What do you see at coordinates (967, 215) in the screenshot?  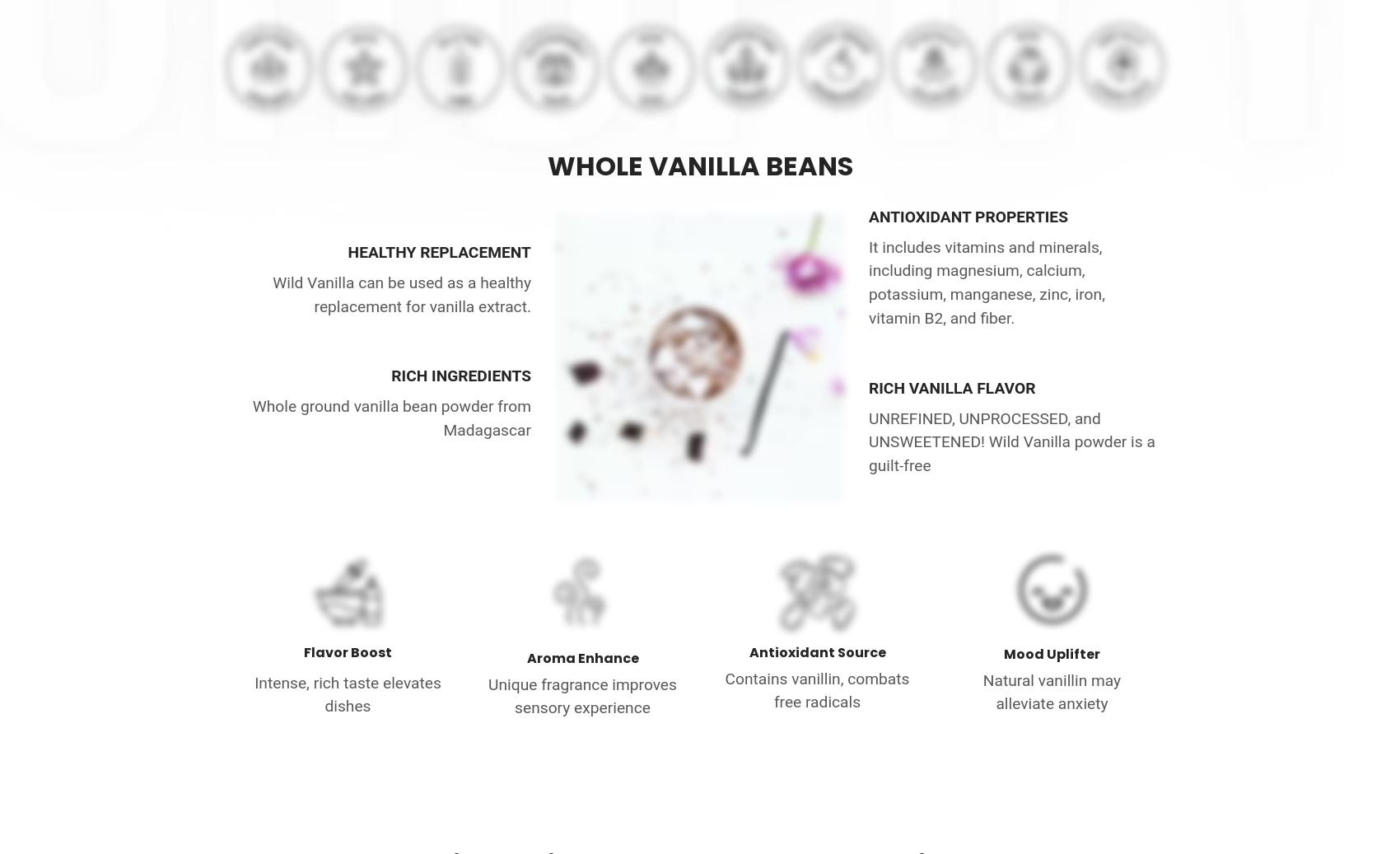 I see `'ANTIOXIDANT PROPERTIES'` at bounding box center [967, 215].